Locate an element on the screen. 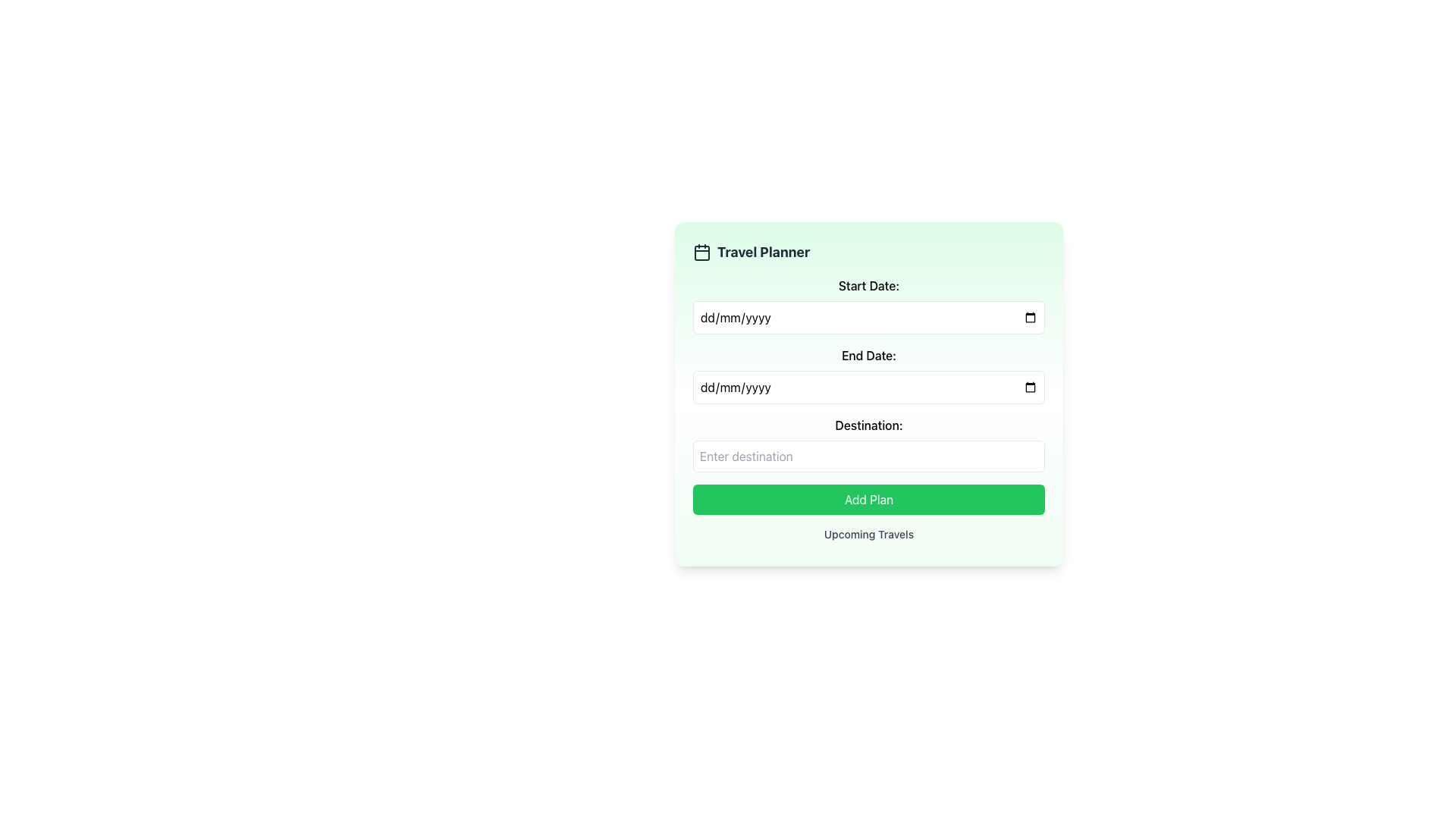 The image size is (1456, 819). the 'Add Plan' button located above the 'Upcoming Travels' text to change its appearance is located at coordinates (869, 500).